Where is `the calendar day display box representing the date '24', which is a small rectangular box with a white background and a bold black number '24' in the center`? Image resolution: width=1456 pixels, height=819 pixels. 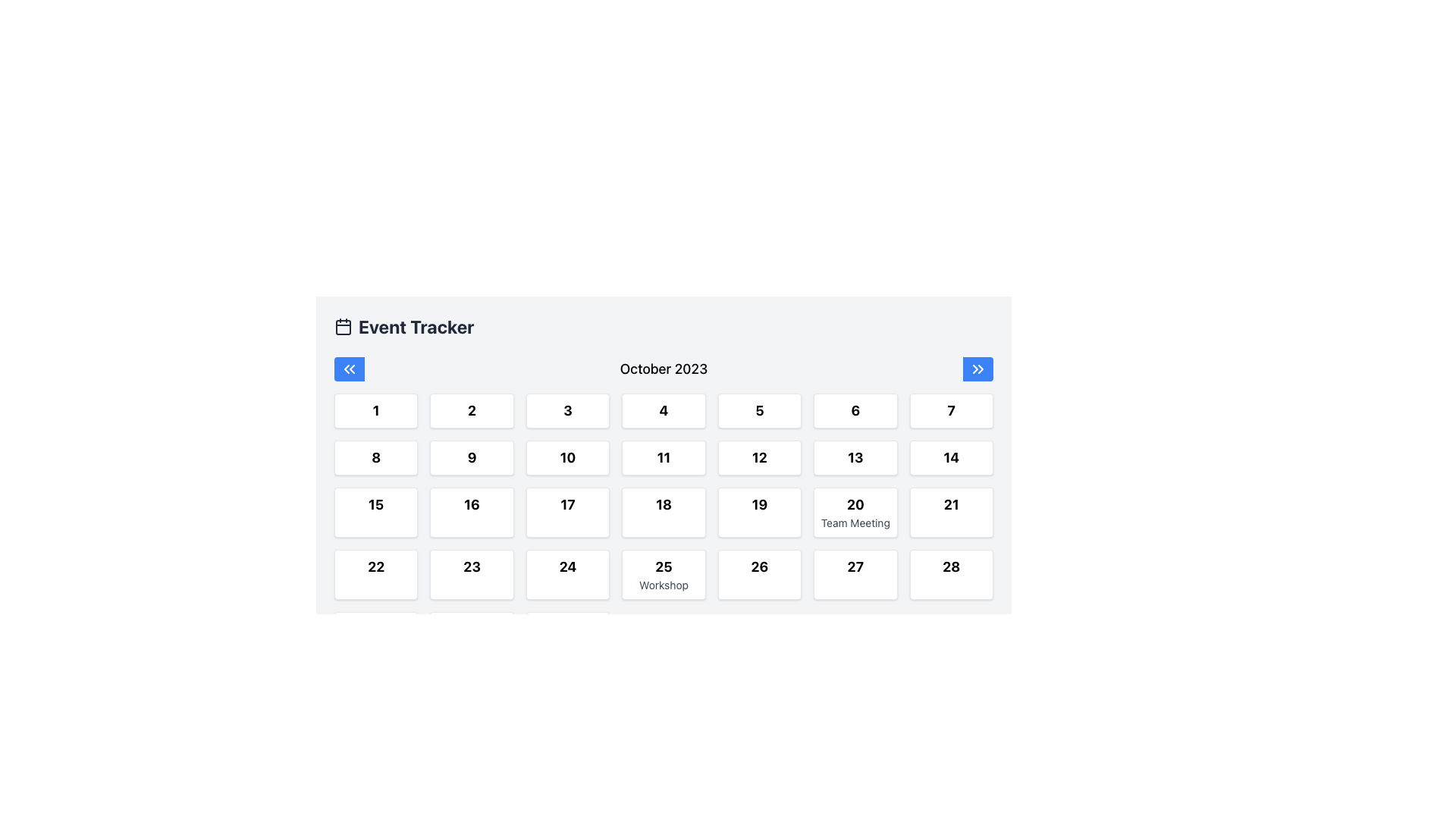
the calendar day display box representing the date '24', which is a small rectangular box with a white background and a bold black number '24' in the center is located at coordinates (566, 575).